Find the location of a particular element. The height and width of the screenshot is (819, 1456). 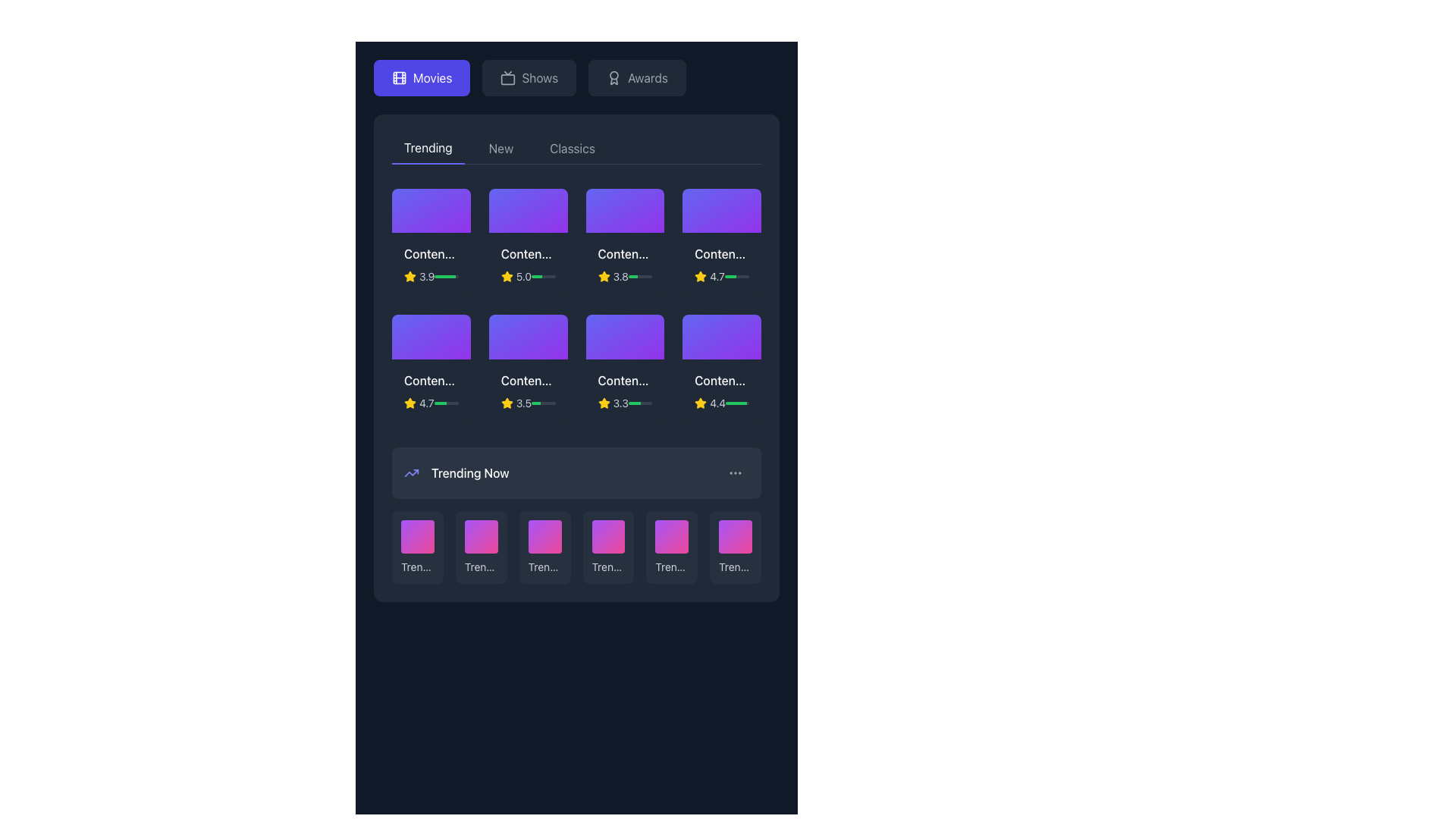

the video thumbnail is located at coordinates (625, 336).